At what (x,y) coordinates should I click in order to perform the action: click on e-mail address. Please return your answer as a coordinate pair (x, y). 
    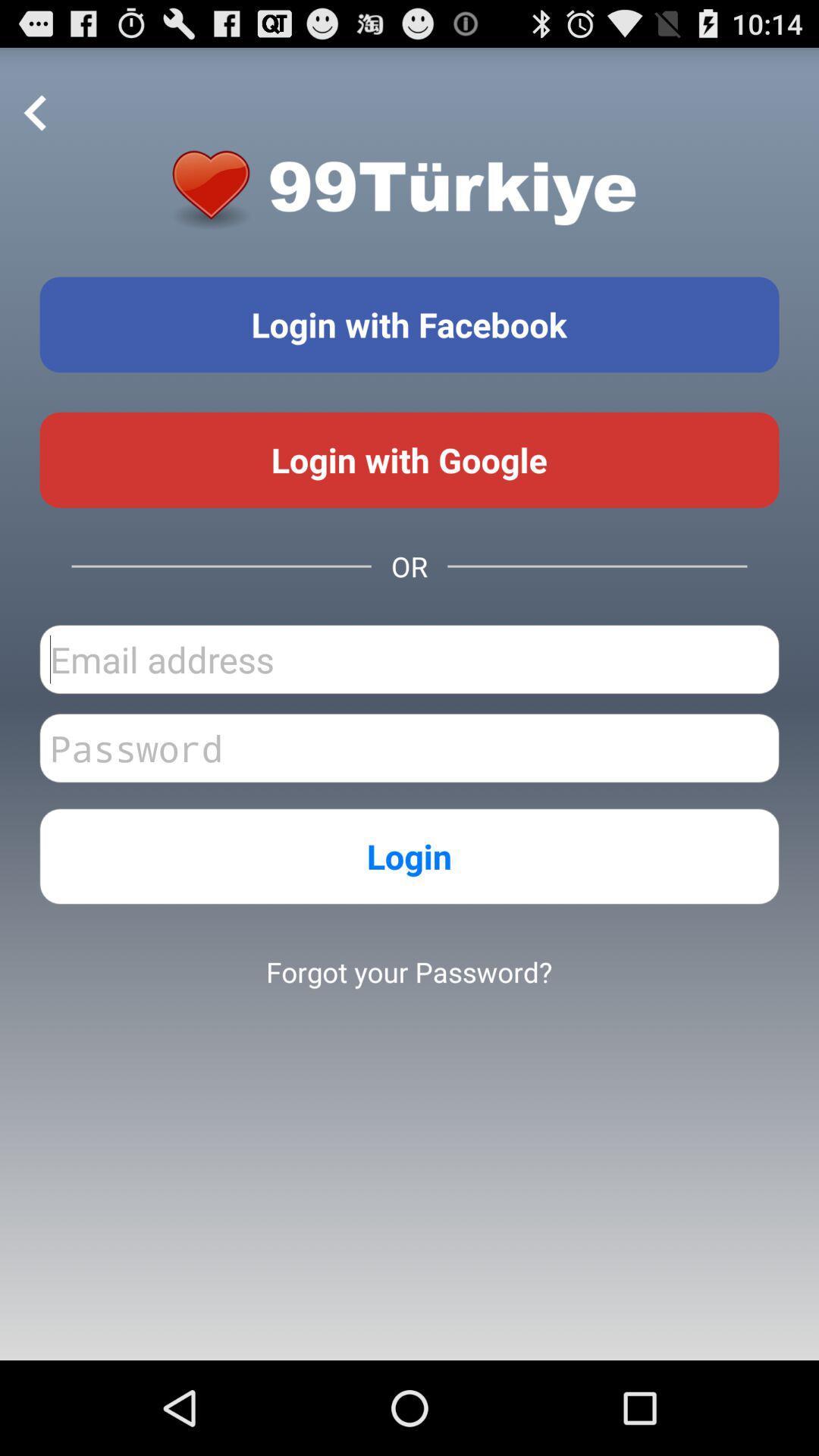
    Looking at the image, I should click on (409, 659).